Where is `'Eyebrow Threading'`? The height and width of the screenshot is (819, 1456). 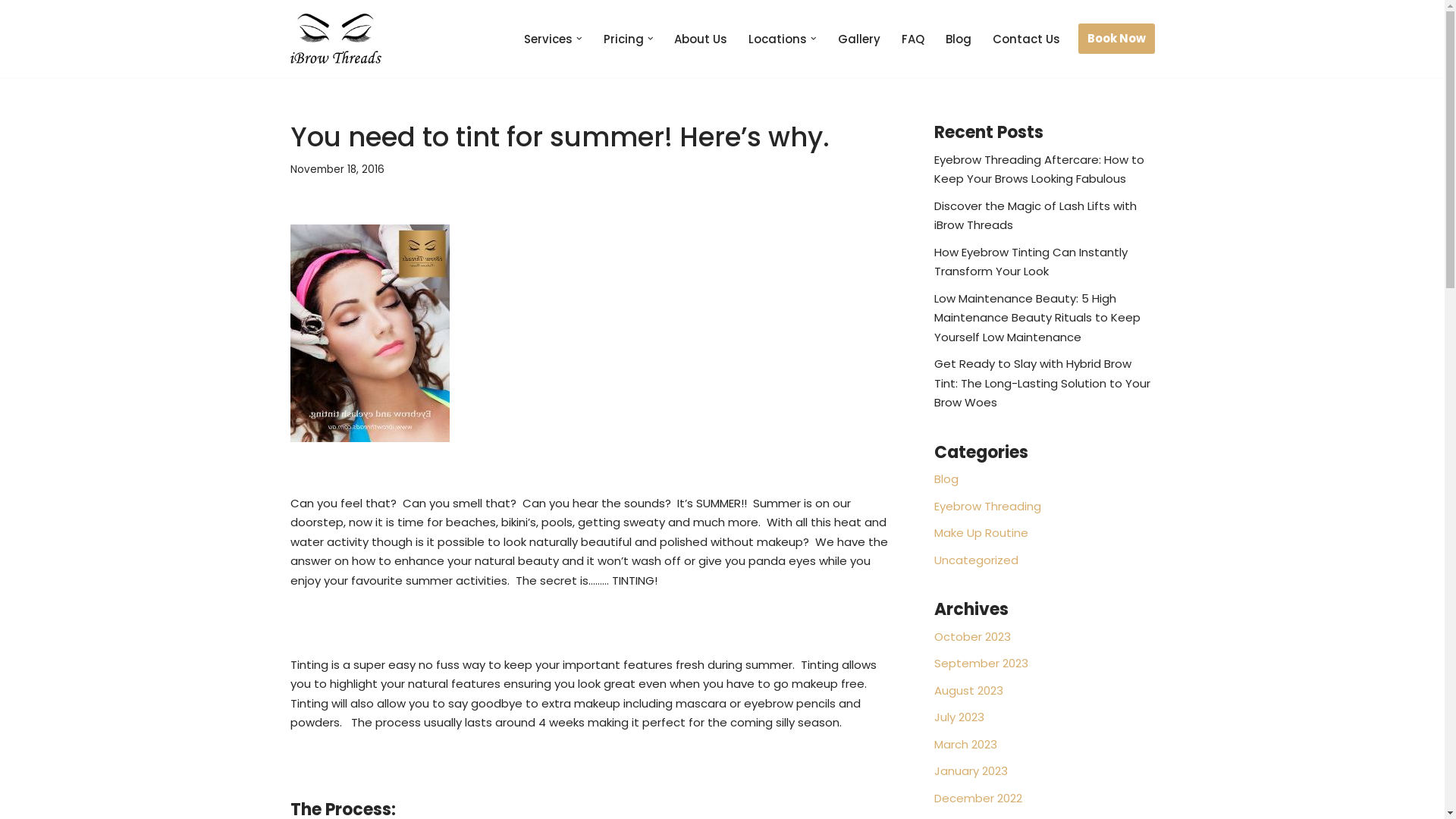 'Eyebrow Threading' is located at coordinates (987, 506).